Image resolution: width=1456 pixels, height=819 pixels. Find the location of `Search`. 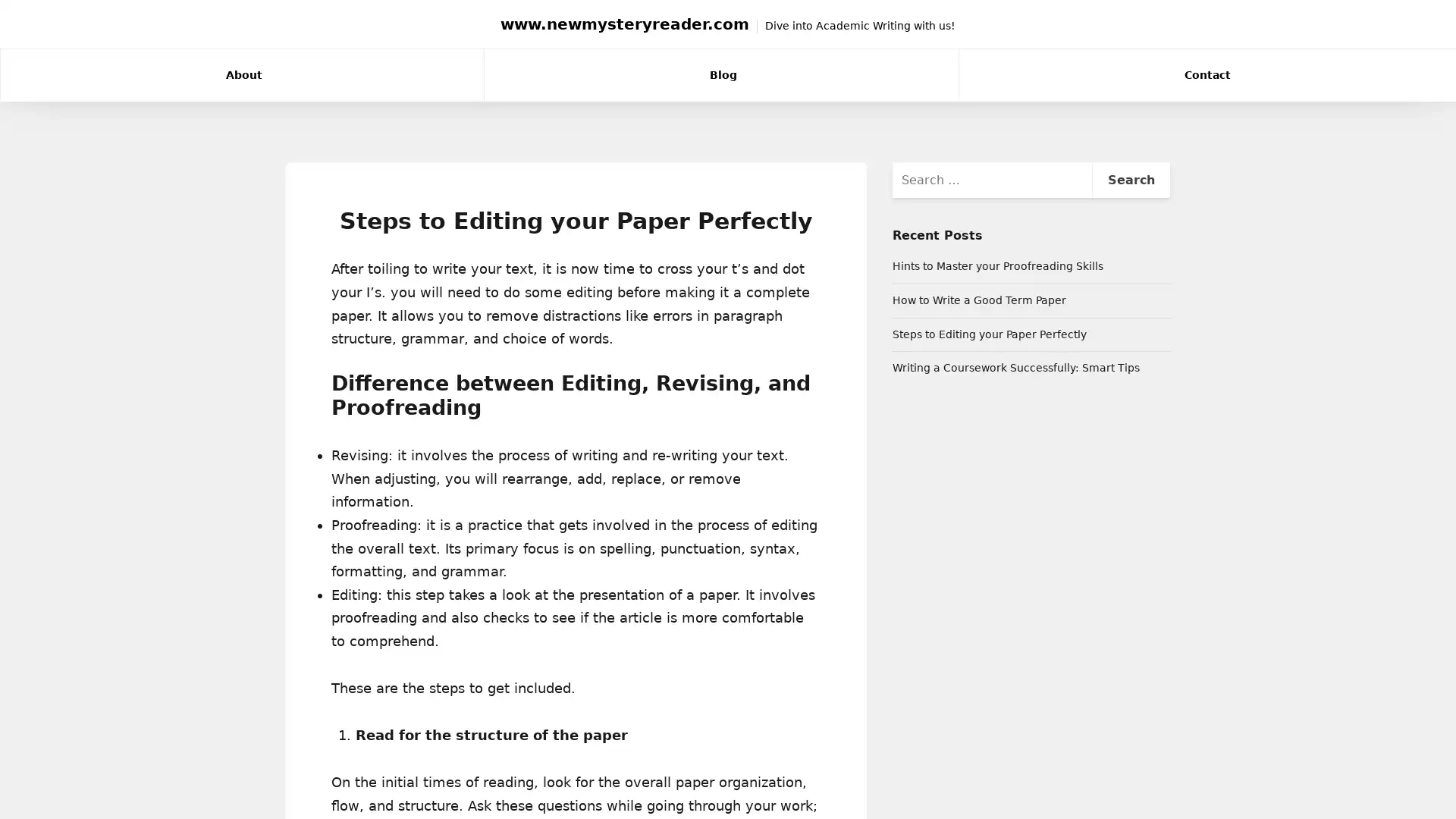

Search is located at coordinates (1130, 178).